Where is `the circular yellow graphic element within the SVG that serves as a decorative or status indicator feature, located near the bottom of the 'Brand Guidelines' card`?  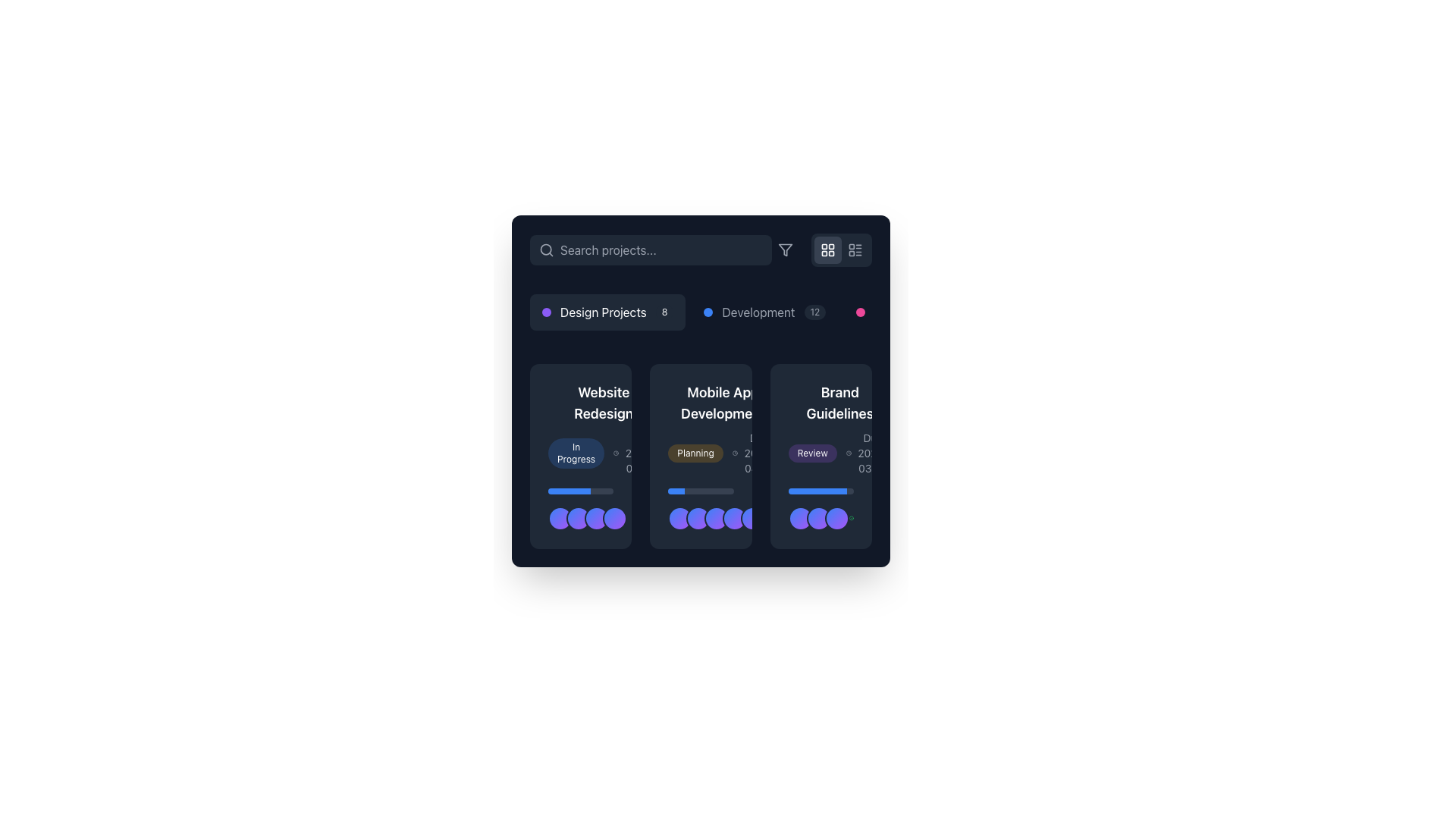 the circular yellow graphic element within the SVG that serves as a decorative or status indicator feature, located near the bottom of the 'Brand Guidelines' card is located at coordinates (792, 519).